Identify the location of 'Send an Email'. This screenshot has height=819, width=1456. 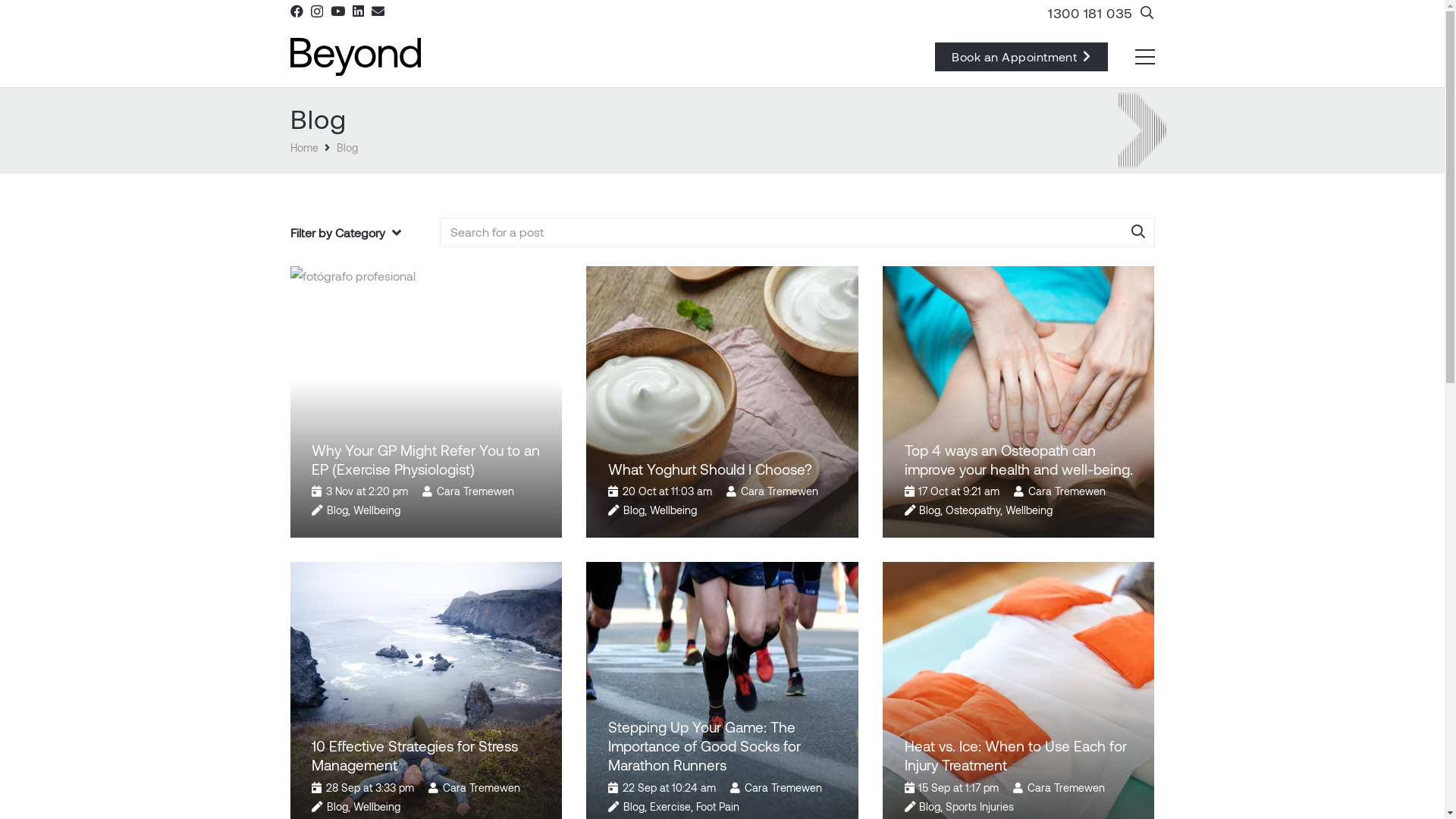
(815, 559).